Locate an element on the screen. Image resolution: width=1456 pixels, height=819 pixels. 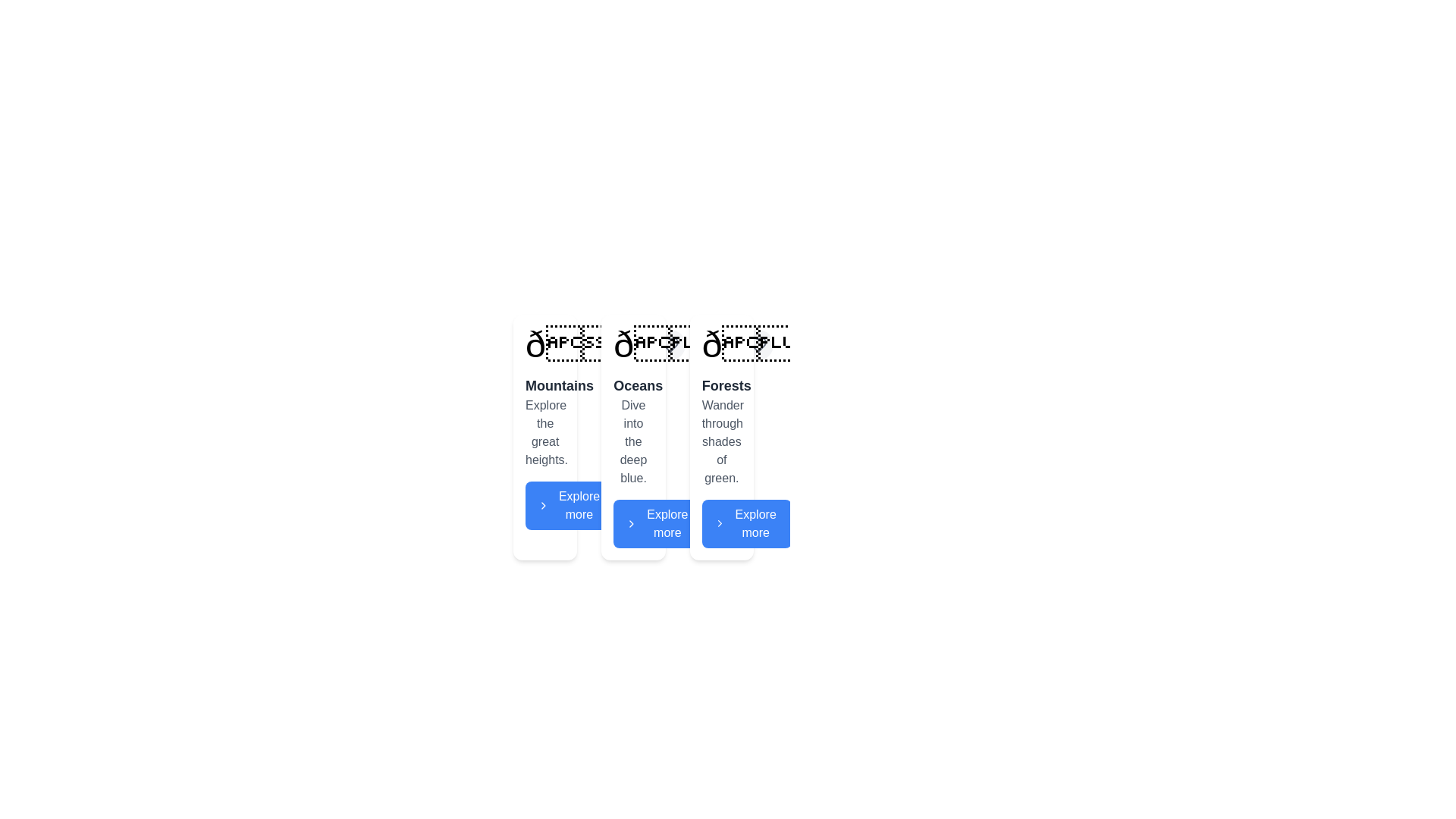
the heart-shaped icon representing a 'like' or 'favorite' feature, which is located centrally in the second card labeled 'Oceans' is located at coordinates (669, 345).